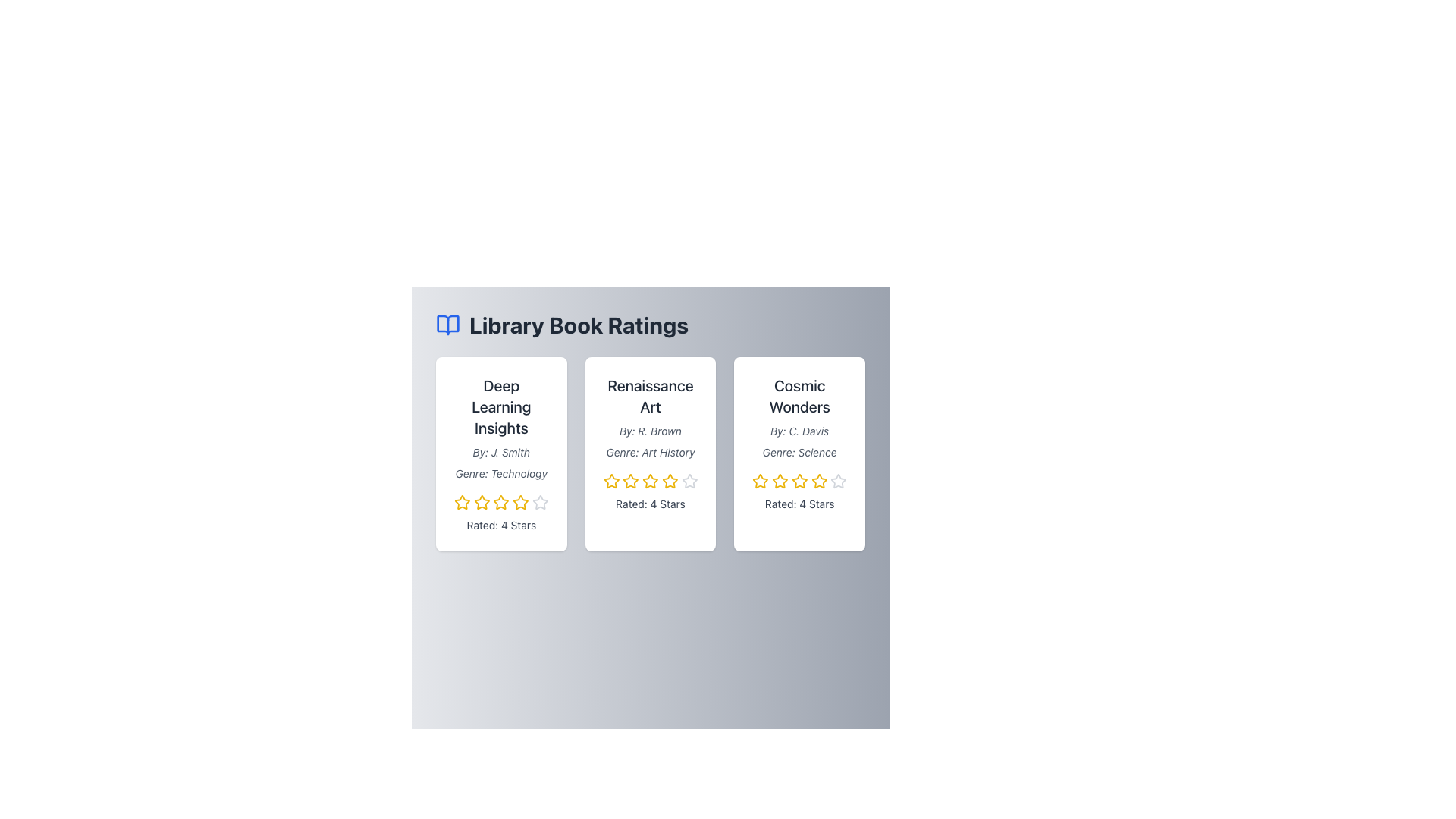 Image resolution: width=1456 pixels, height=819 pixels. I want to click on the second star icon in the rating component of the 'Renaissance Art' card to provide a rating, so click(630, 482).